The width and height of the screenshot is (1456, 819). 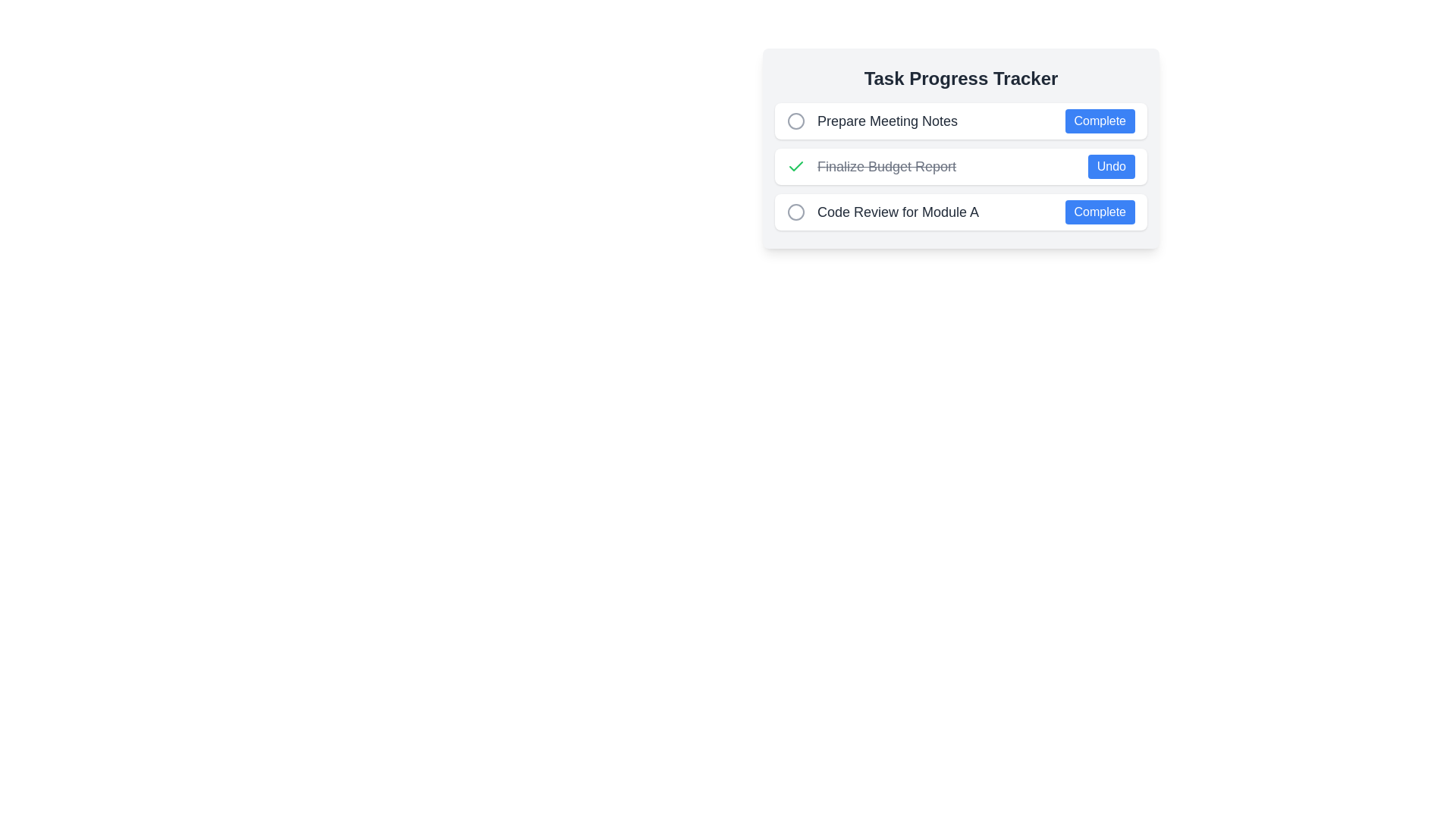 What do you see at coordinates (795, 166) in the screenshot?
I see `the rounded green checkmark icon indicating completed tasks, located before the text label in the 'Finalize Budget Report' row` at bounding box center [795, 166].